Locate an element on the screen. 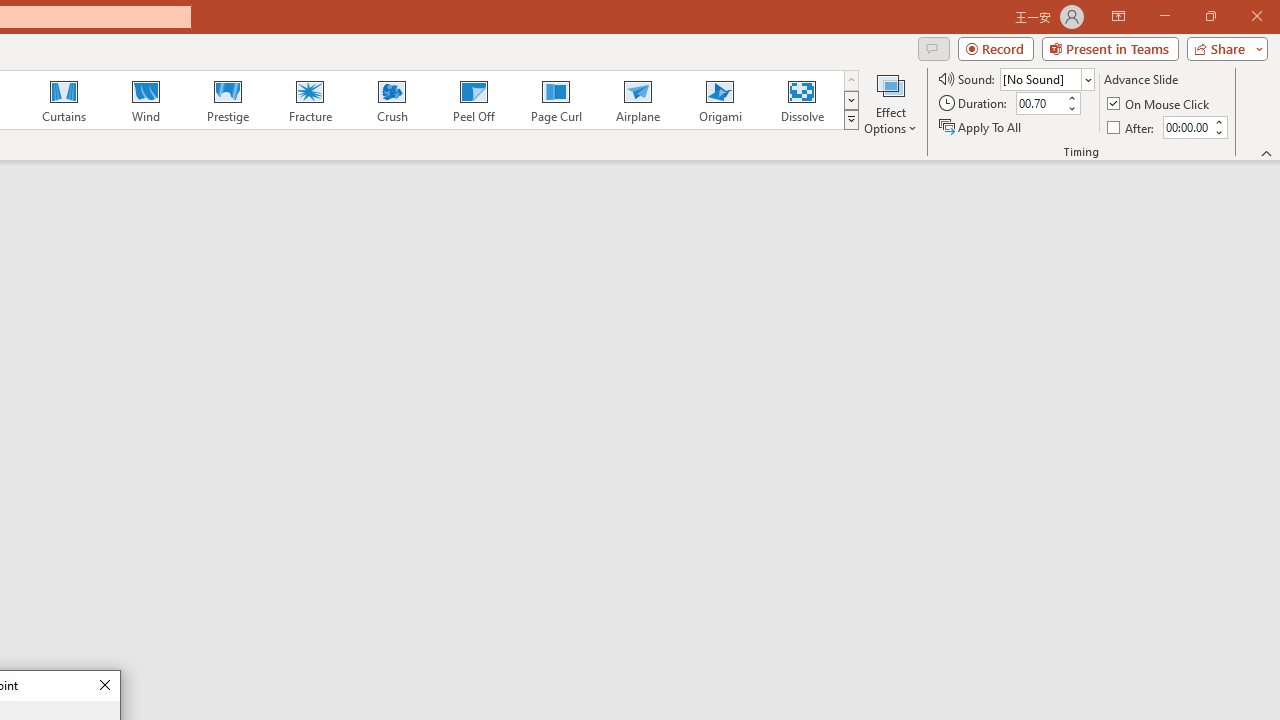 This screenshot has width=1280, height=720. 'Peel Off' is located at coordinates (472, 100).